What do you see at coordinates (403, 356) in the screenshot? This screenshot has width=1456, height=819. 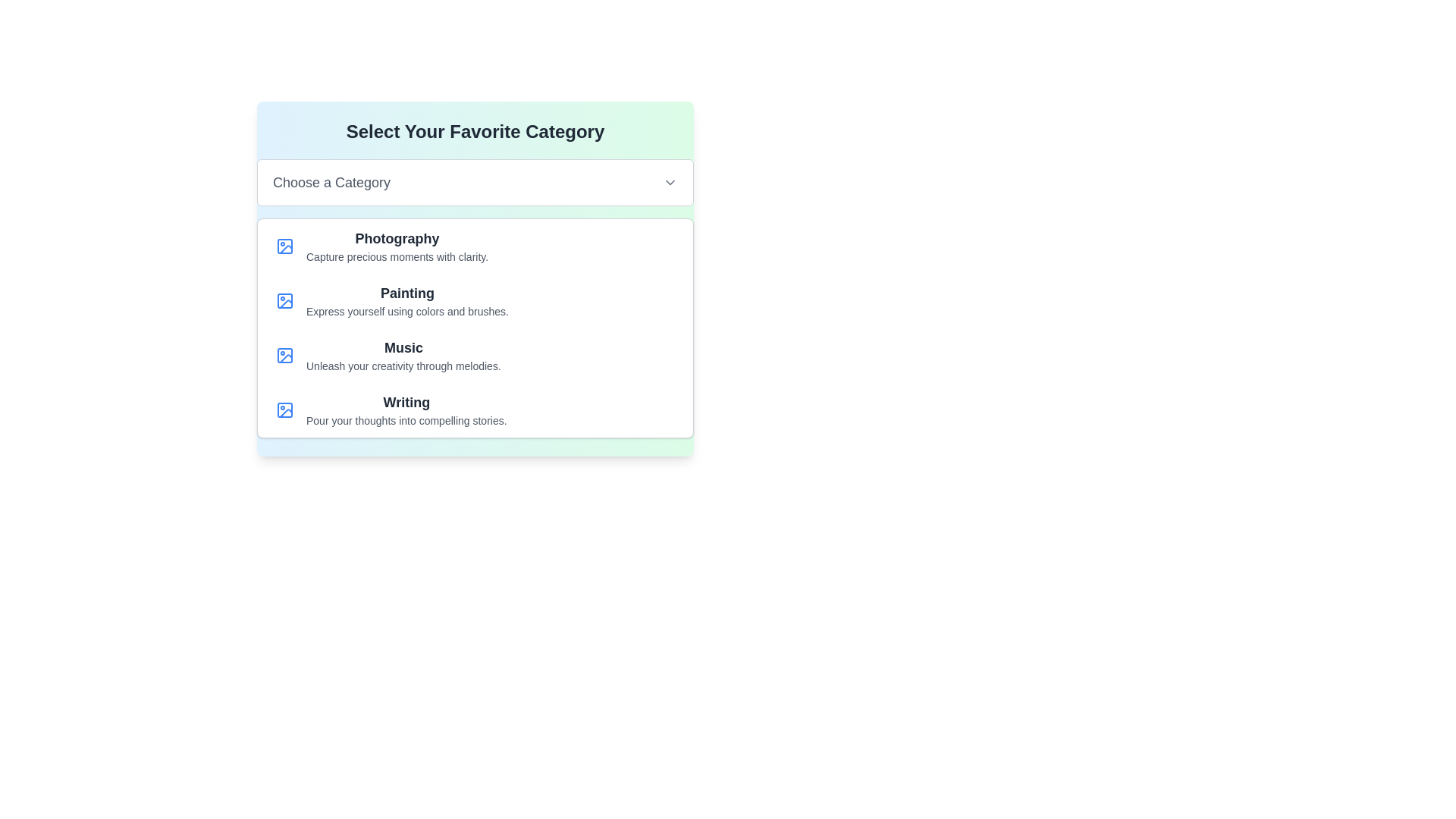 I see `the third category item in the vertical list, which has a text heading and description for creativity-related themes` at bounding box center [403, 356].